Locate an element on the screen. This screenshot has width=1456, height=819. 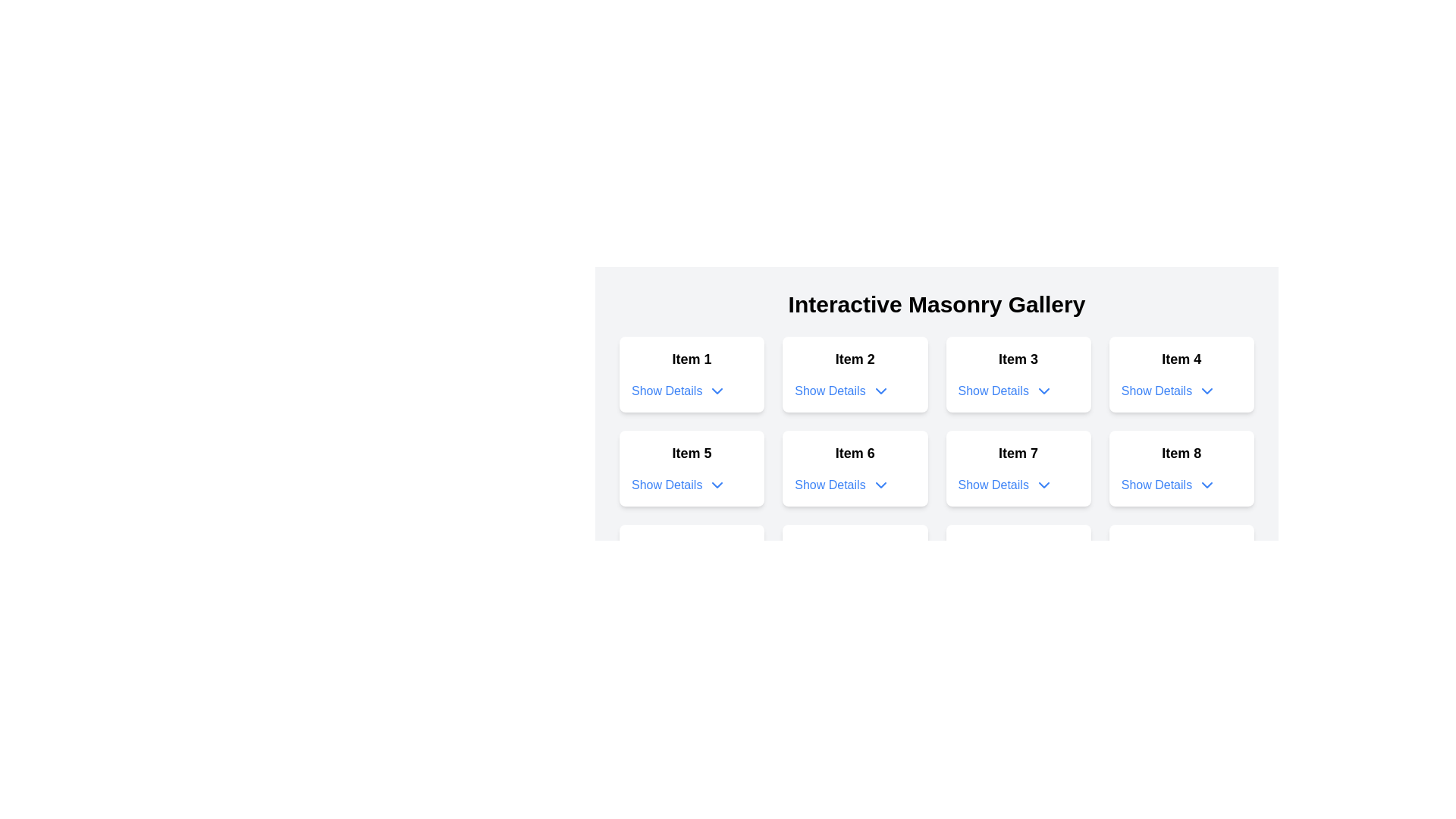
the blue text link labeled 'Show Details' located under 'Item 1' in the upper-left corner of the grid is located at coordinates (667, 391).